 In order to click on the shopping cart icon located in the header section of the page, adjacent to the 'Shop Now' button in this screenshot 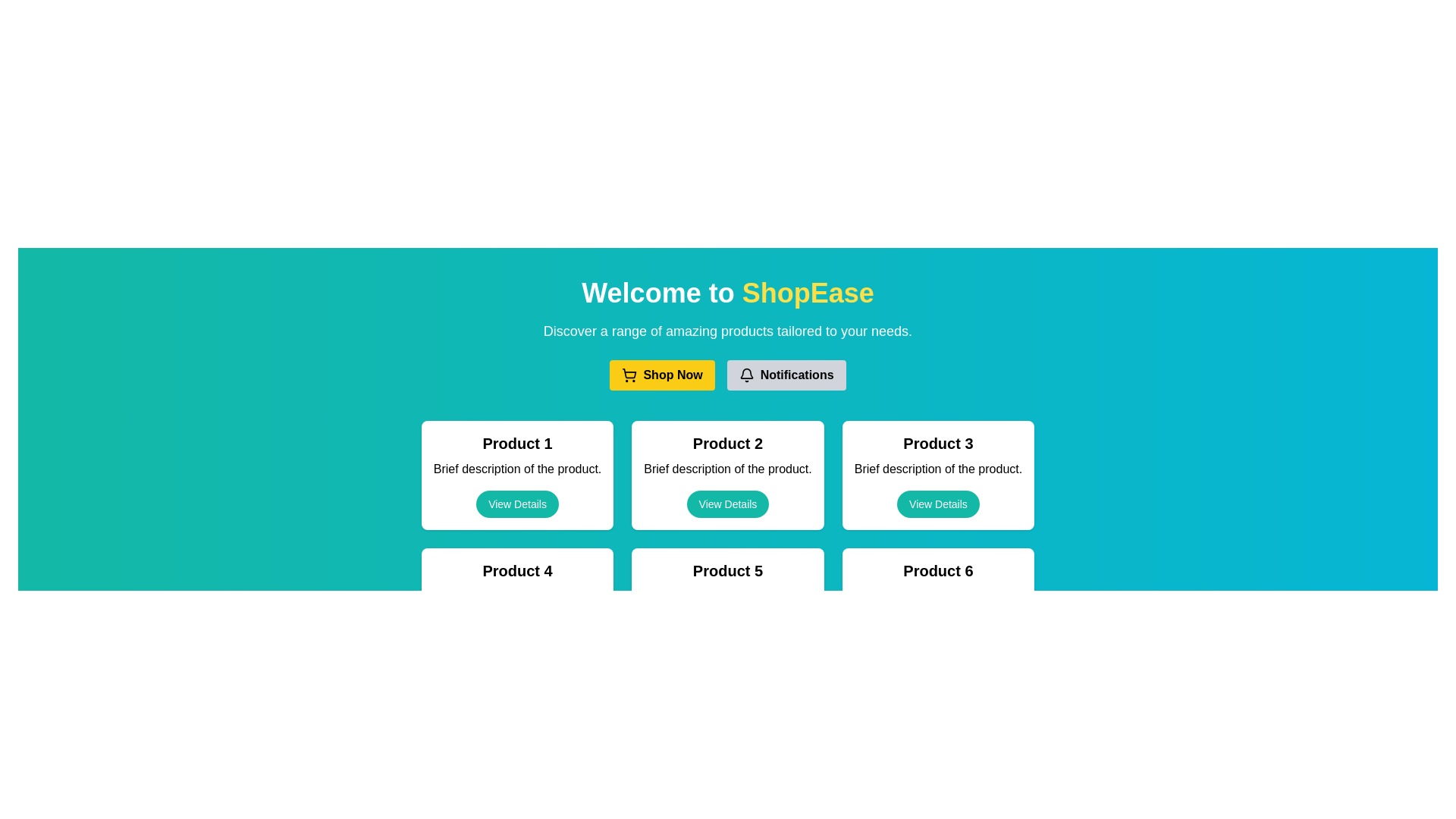, I will do `click(629, 373)`.